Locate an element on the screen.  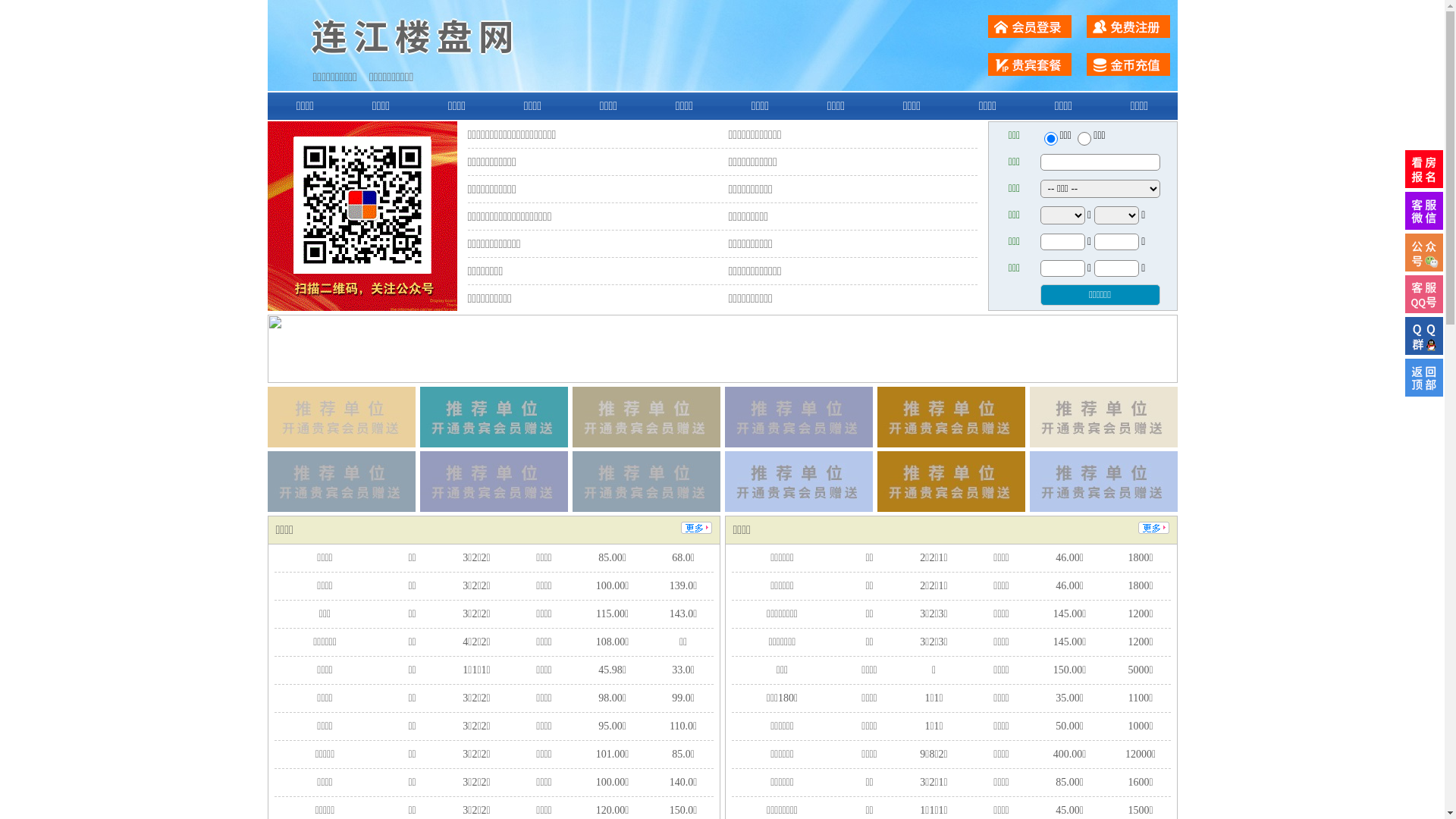
'chuzu' is located at coordinates (1084, 138).